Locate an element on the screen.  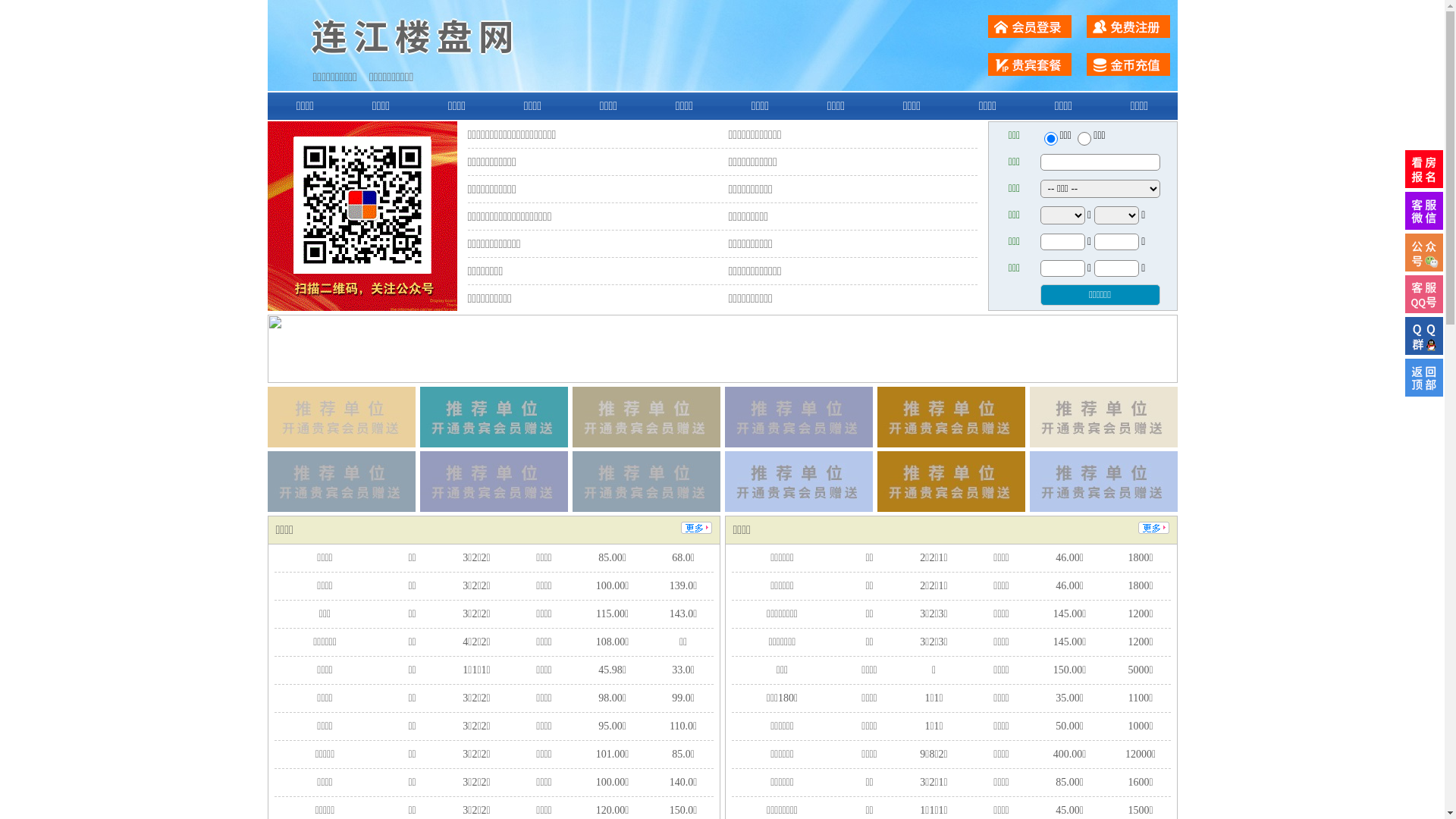
'chuzu' is located at coordinates (1084, 138).